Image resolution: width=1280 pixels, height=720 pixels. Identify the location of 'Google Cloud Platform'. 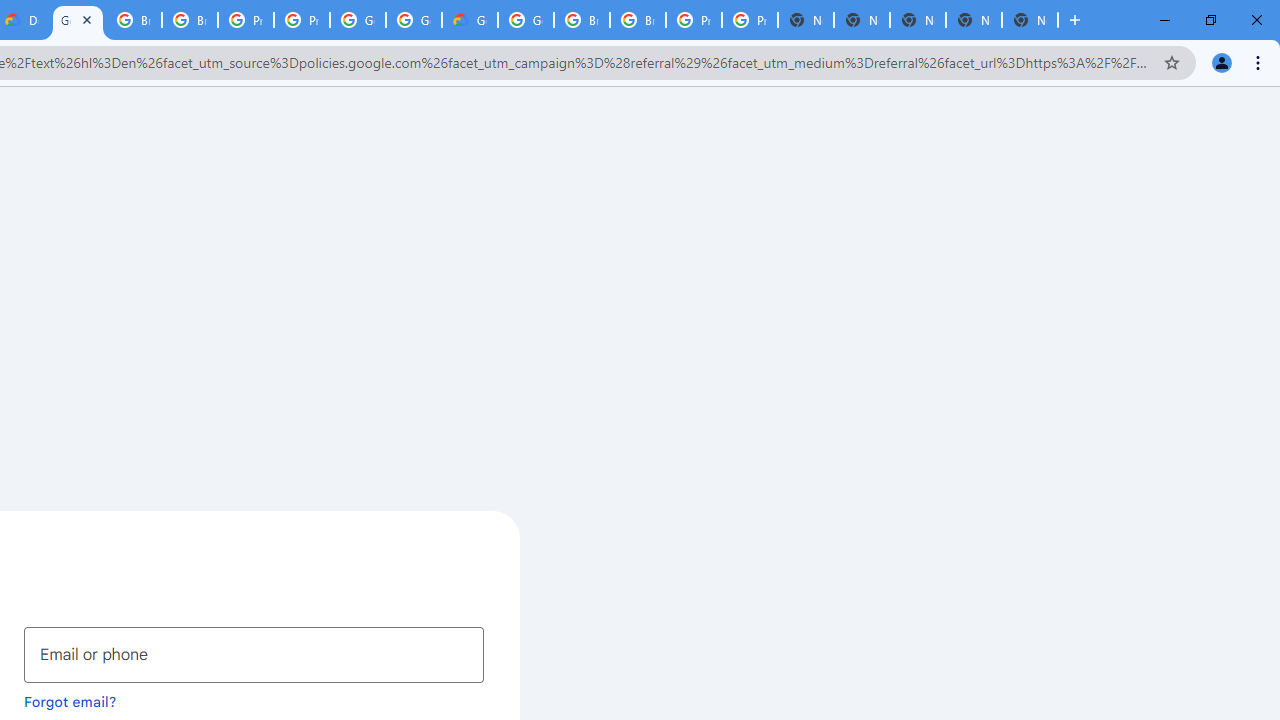
(413, 20).